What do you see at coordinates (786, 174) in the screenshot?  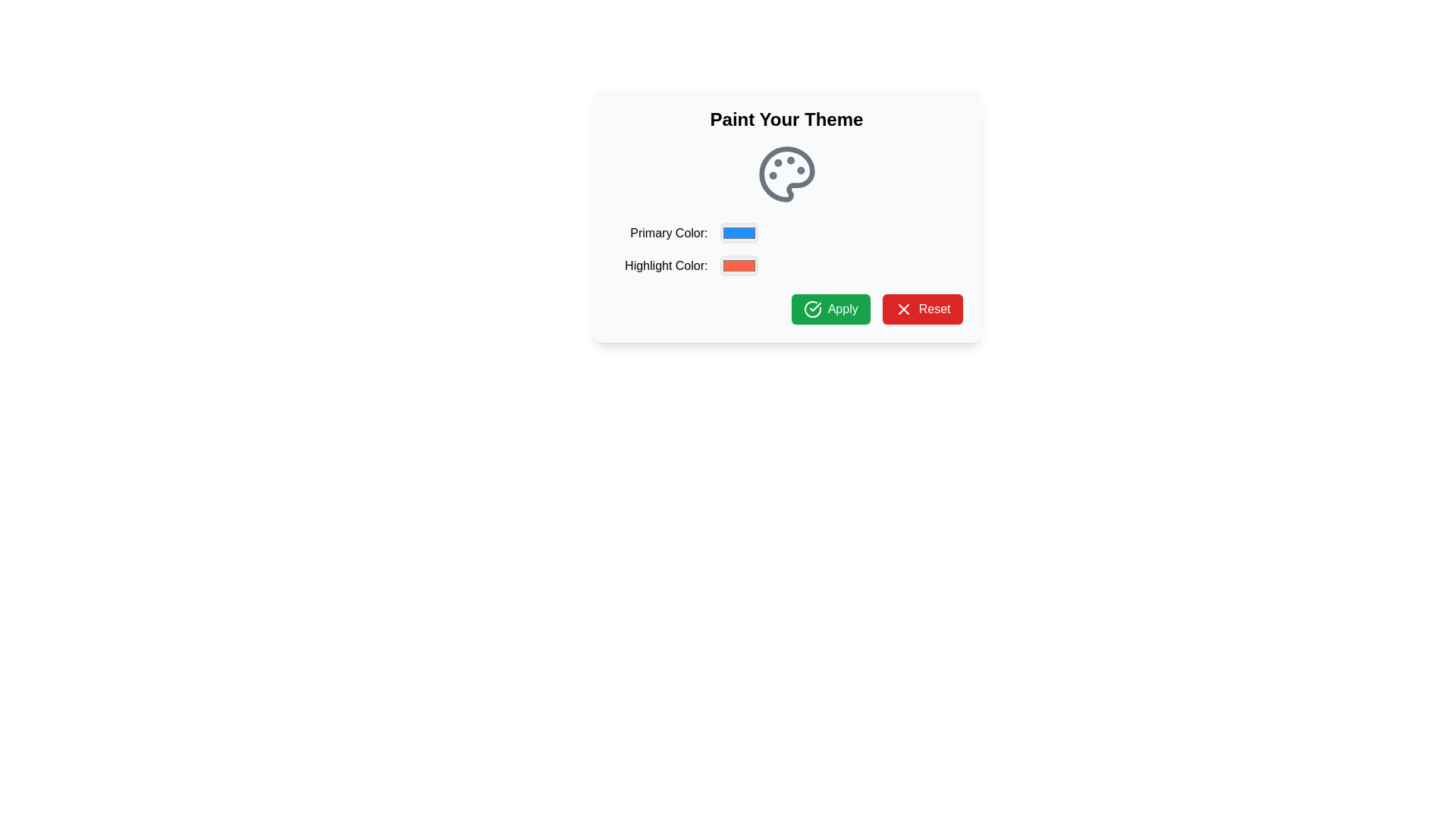 I see `the stylized palette icon displayed in dark gray, which is positioned beneath the 'Paint Your Theme' title text` at bounding box center [786, 174].